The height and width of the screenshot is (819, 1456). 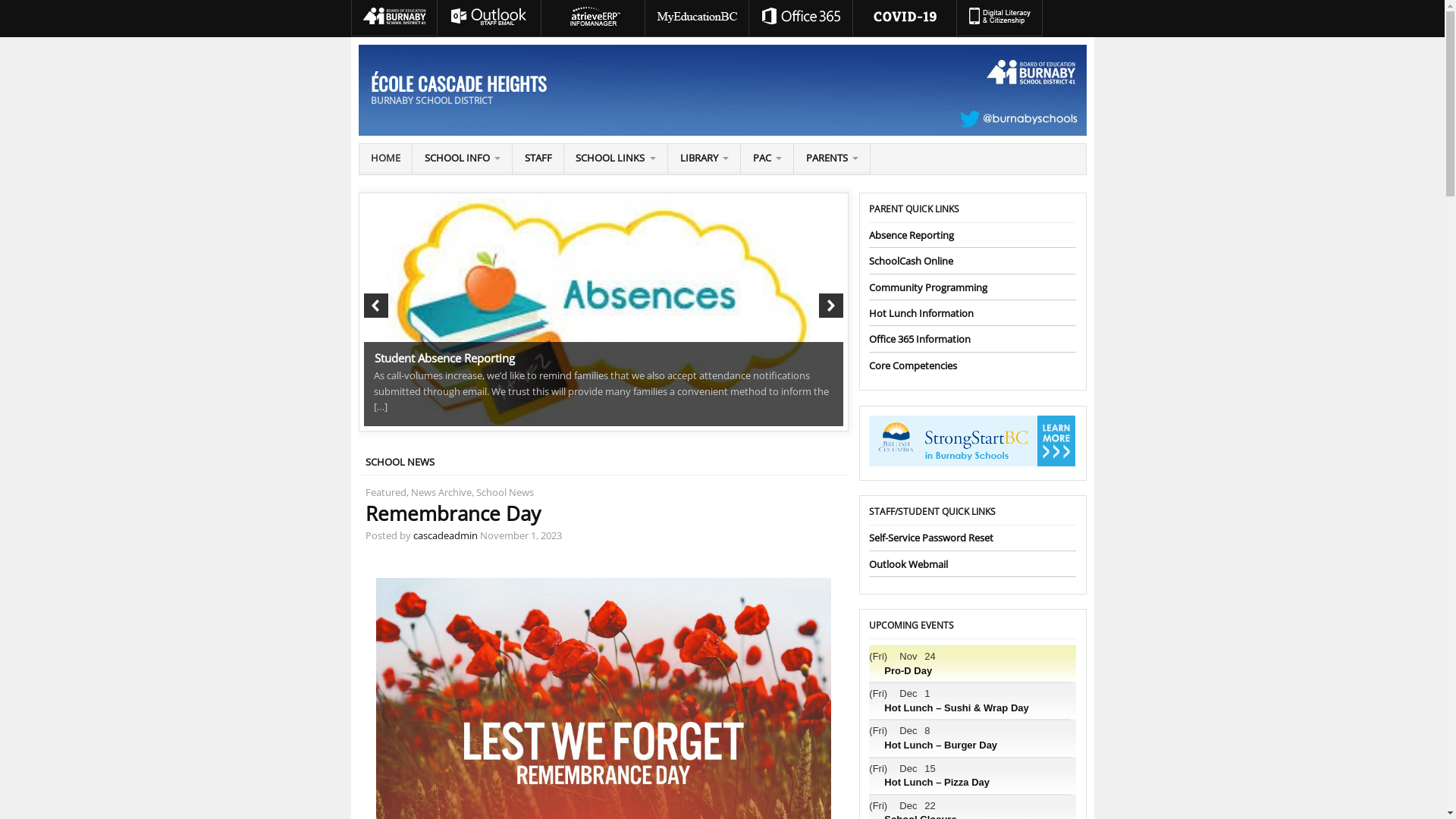 I want to click on 'Hot Lunch Information', so click(x=869, y=312).